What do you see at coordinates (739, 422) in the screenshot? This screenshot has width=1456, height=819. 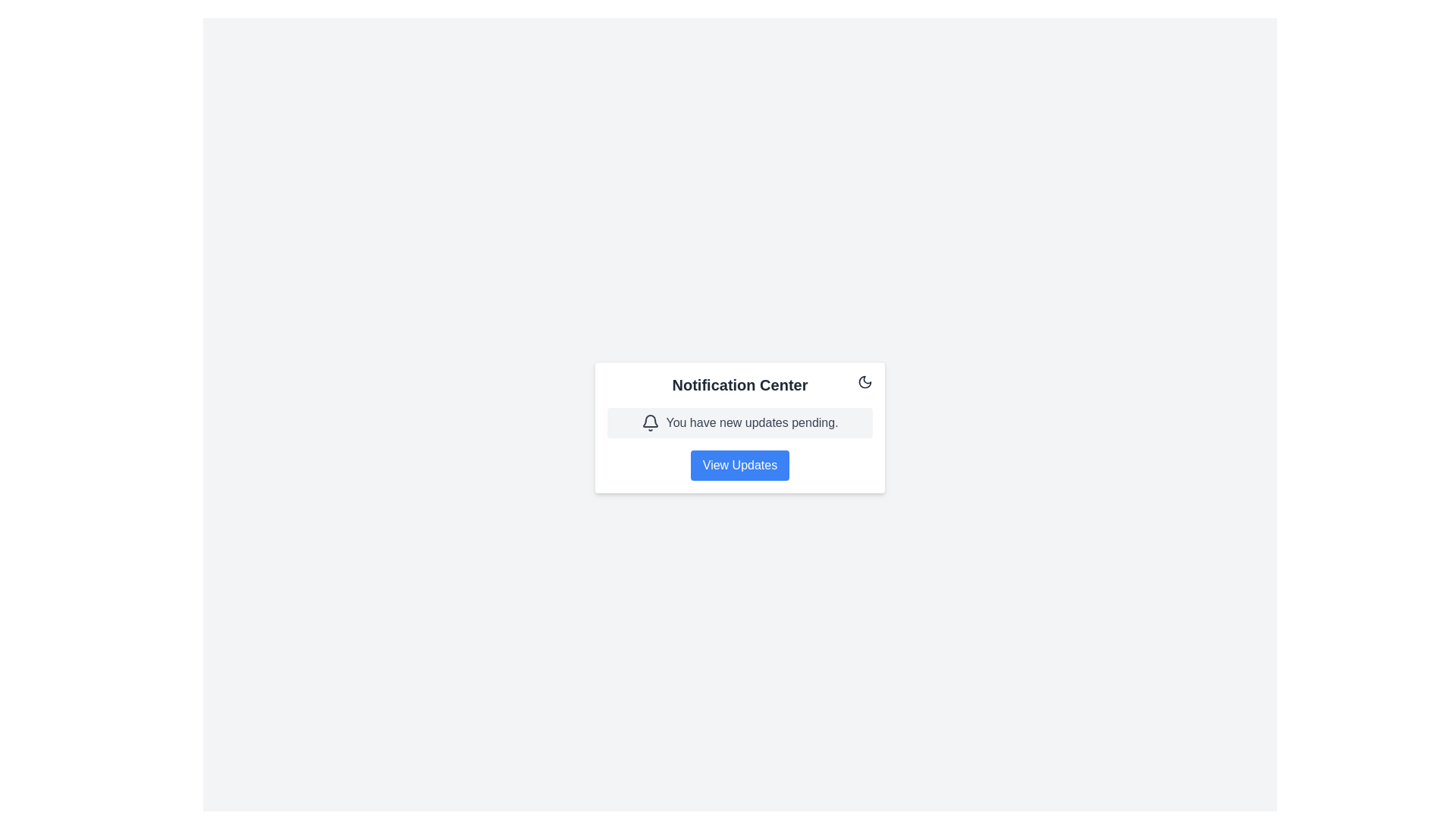 I see `the Informational message that contains the notification text 'You have new updates pending,' which is styled with a gray background and a bell icon` at bounding box center [739, 422].